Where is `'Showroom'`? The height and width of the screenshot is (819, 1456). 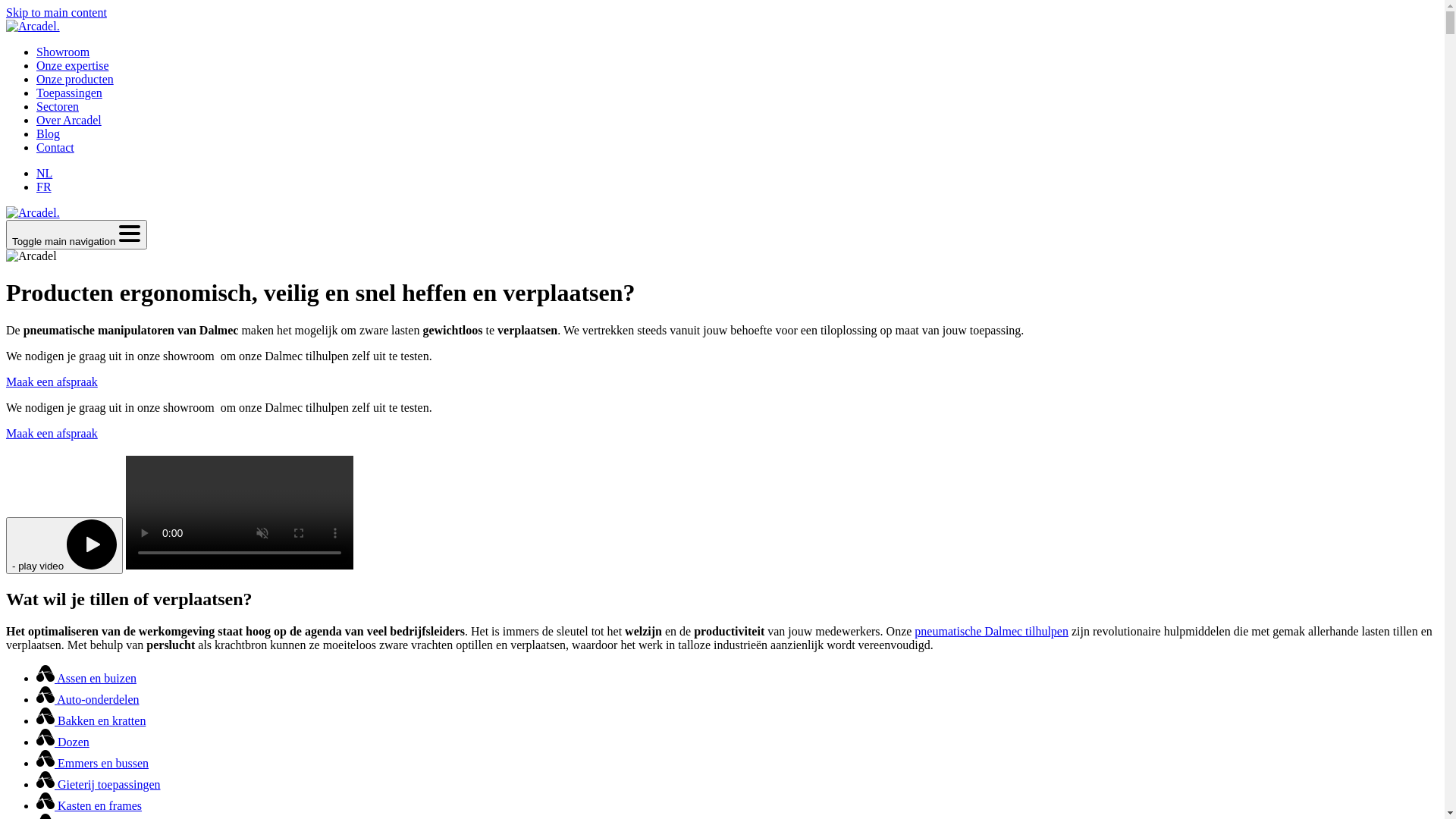 'Showroom' is located at coordinates (61, 51).